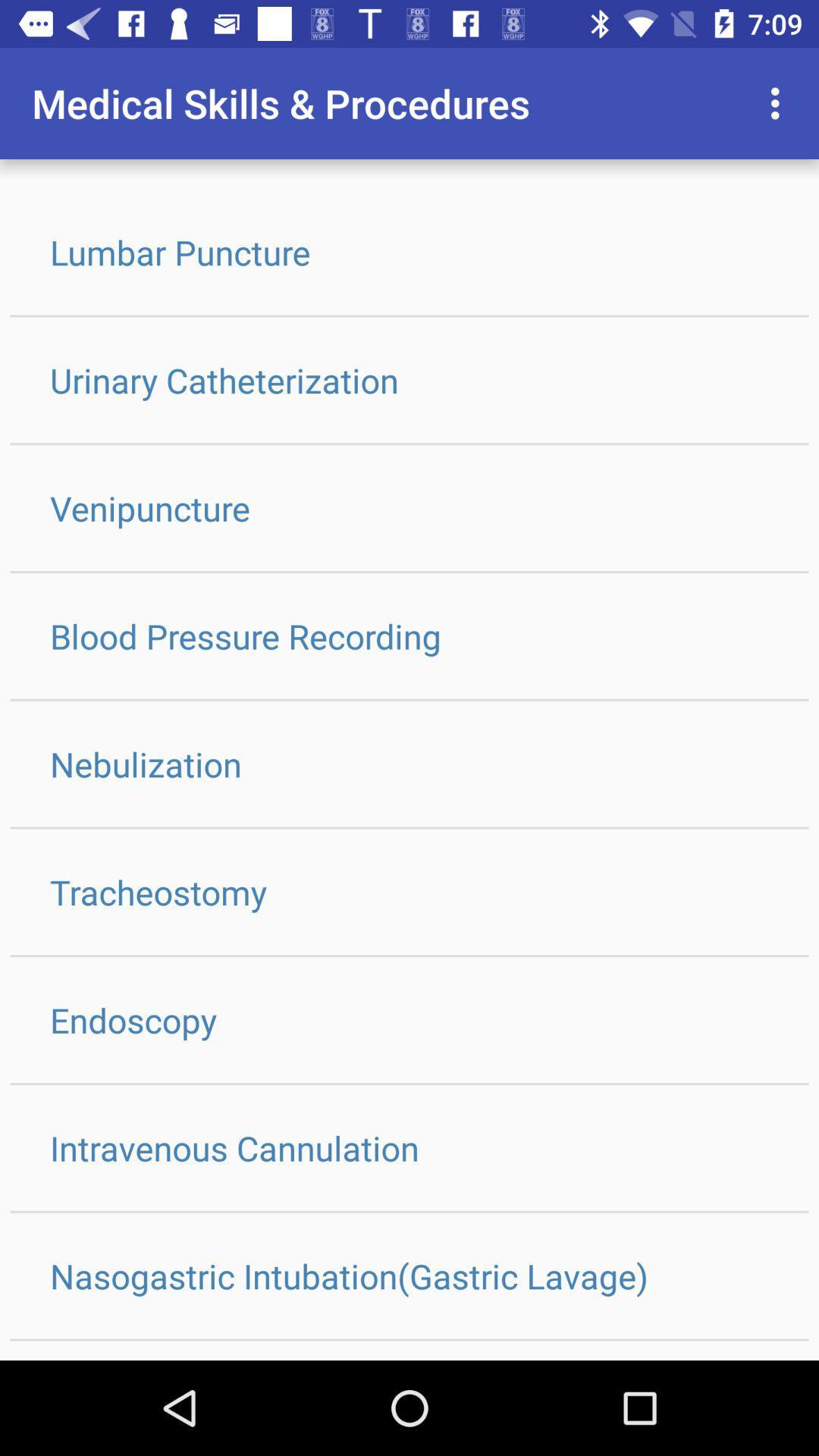 The image size is (819, 1456). Describe the element at coordinates (409, 764) in the screenshot. I see `nebulization icon` at that location.